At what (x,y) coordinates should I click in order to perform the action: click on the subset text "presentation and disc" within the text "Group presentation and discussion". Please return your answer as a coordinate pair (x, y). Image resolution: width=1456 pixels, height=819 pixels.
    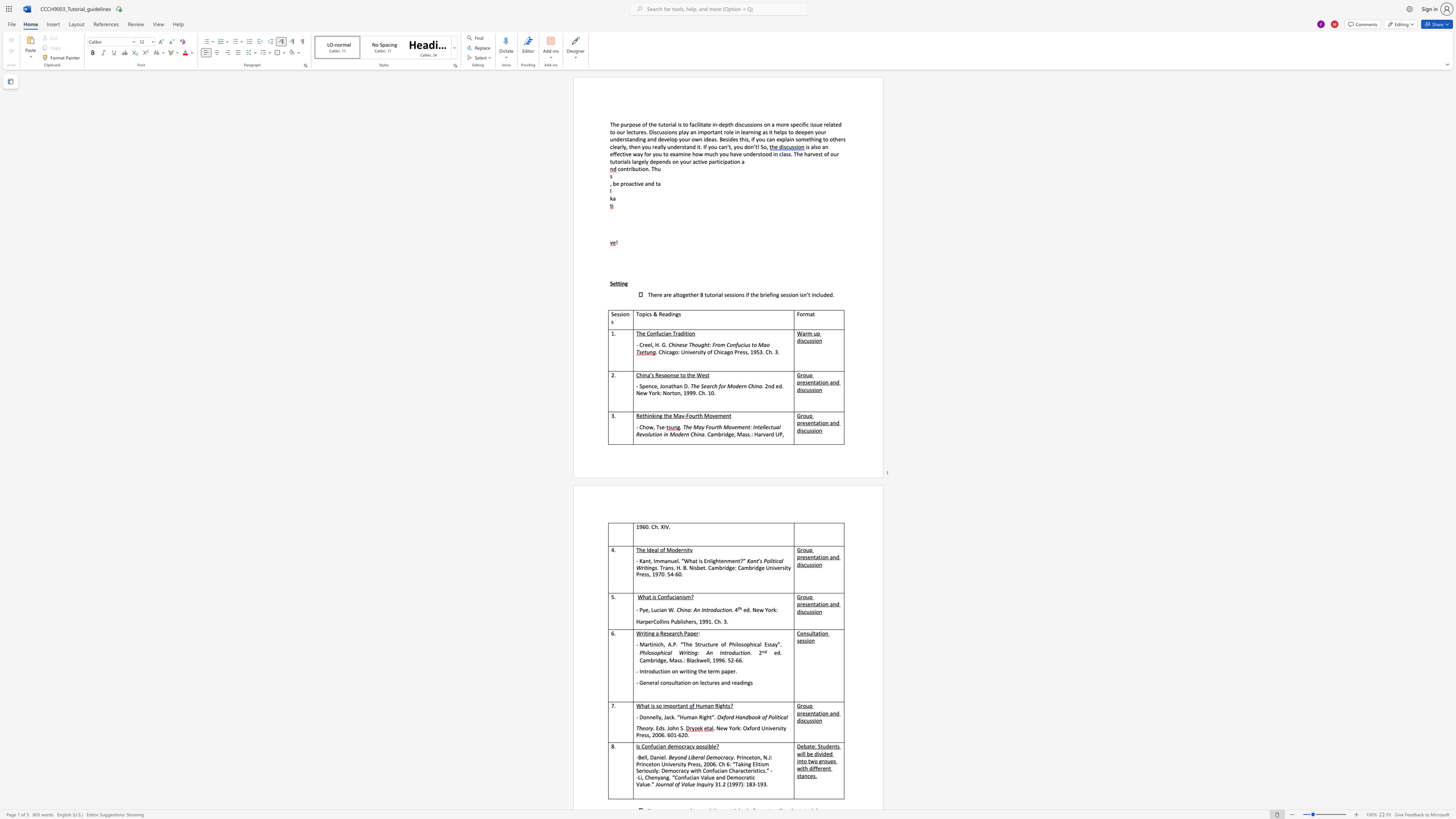
    Looking at the image, I should click on (796, 713).